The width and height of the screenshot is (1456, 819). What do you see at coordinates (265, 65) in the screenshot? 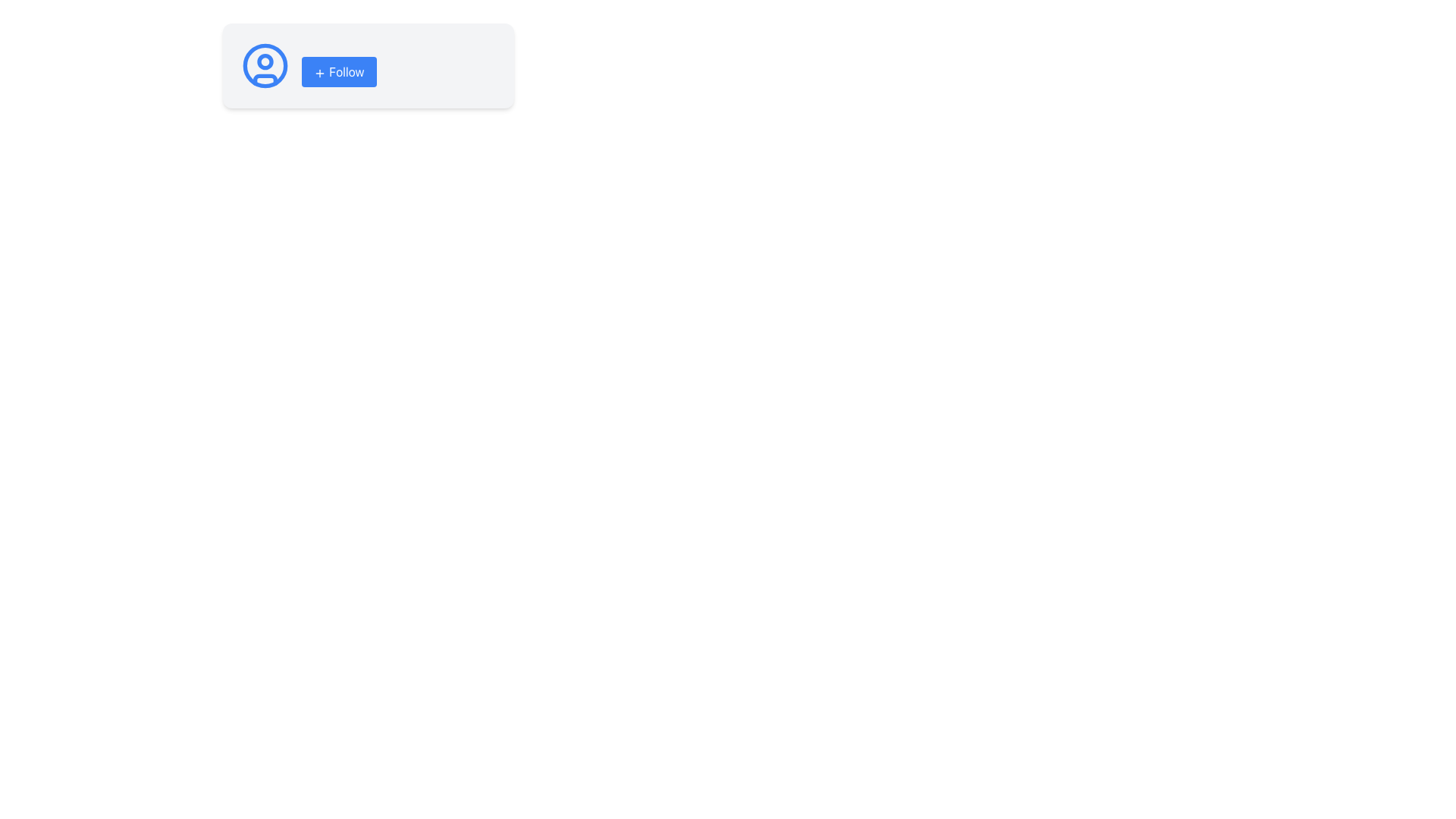
I see `the user profile icon located on the left side of the rectangular block with a light background, adjacent to the '+ Follow' button` at bounding box center [265, 65].